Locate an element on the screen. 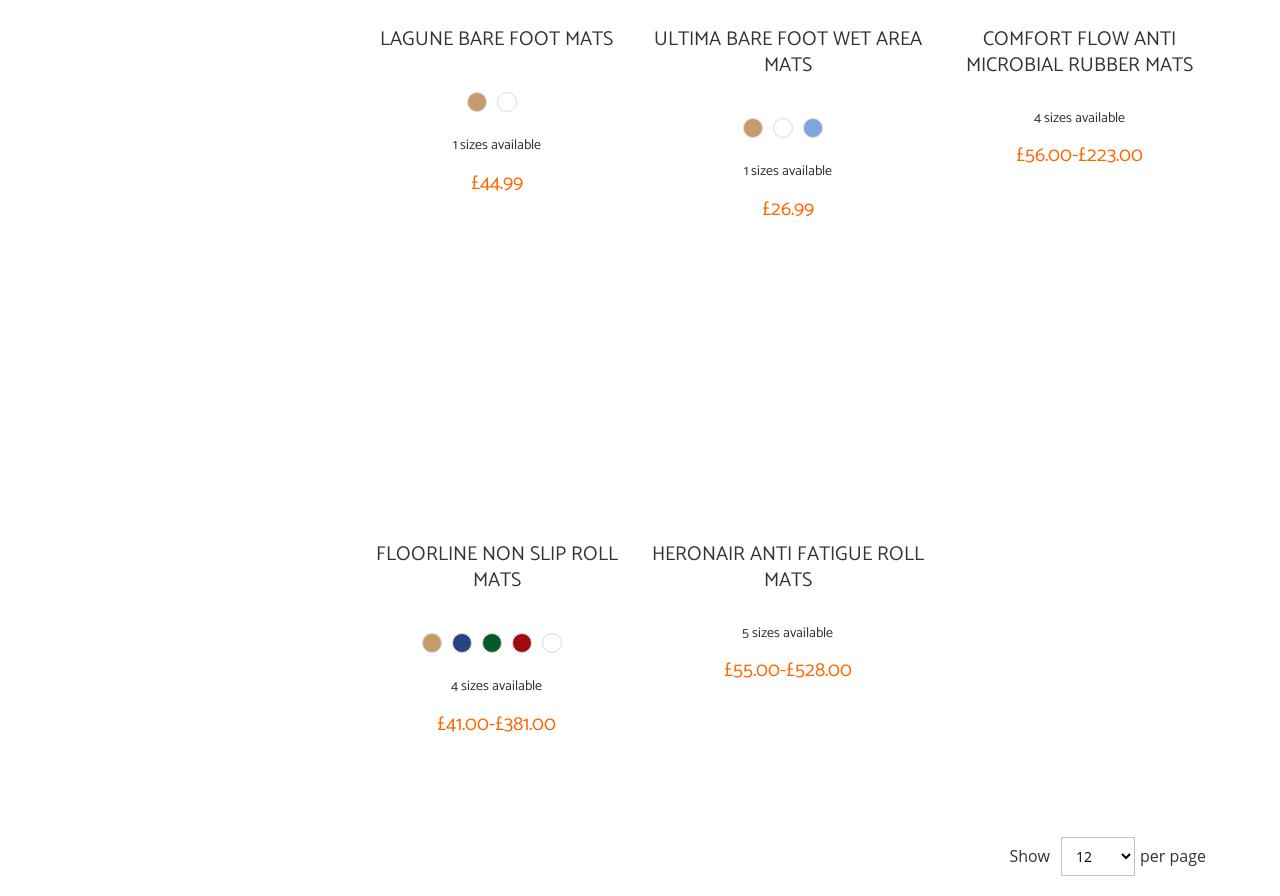 This screenshot has height=896, width=1280. 'Lagune Bare Foot Mats' is located at coordinates (496, 38).